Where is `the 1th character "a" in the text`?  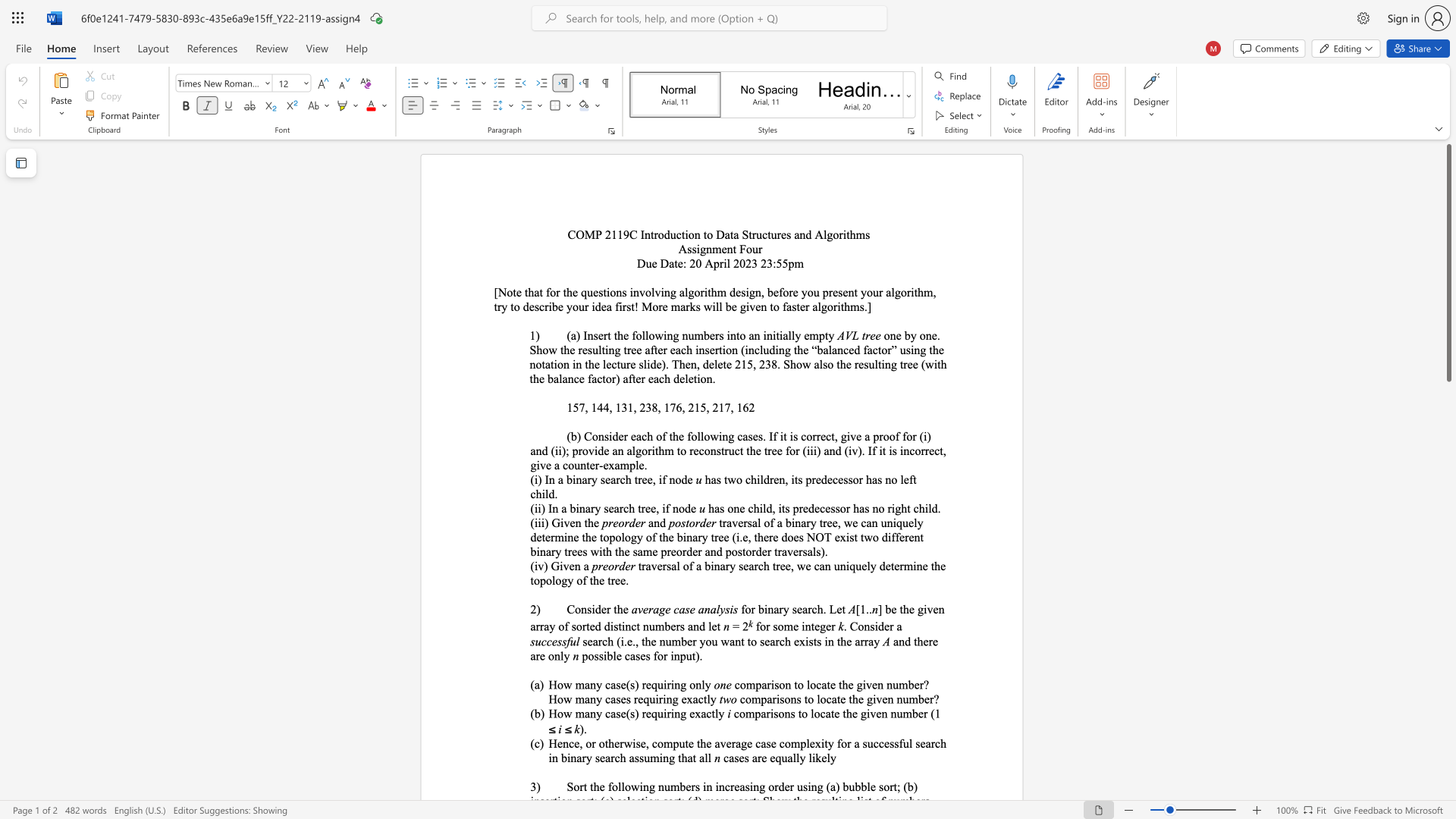
the 1th character "a" in the text is located at coordinates (586, 685).